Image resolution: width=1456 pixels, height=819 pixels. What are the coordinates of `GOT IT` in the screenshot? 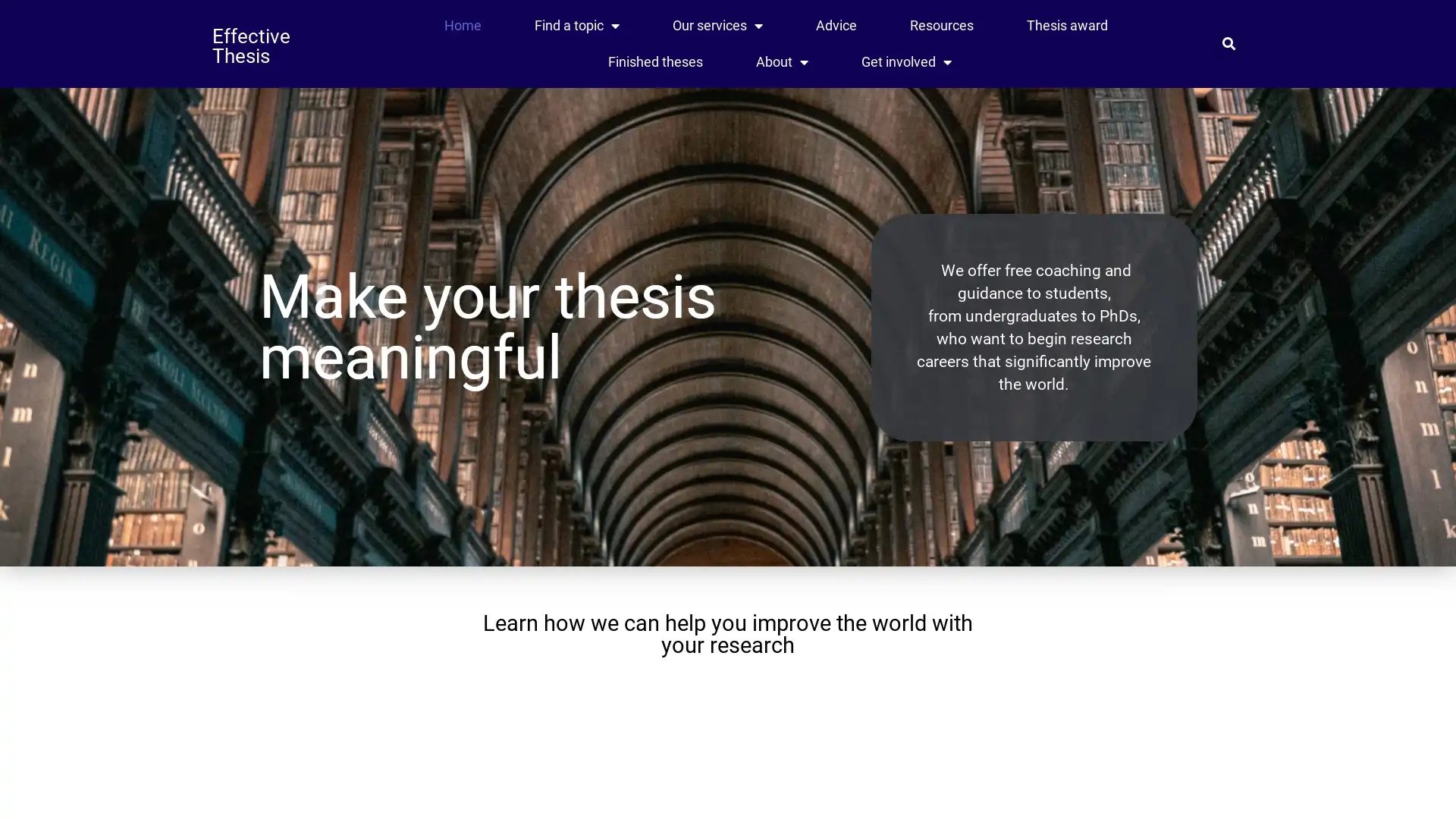 It's located at (1099, 795).